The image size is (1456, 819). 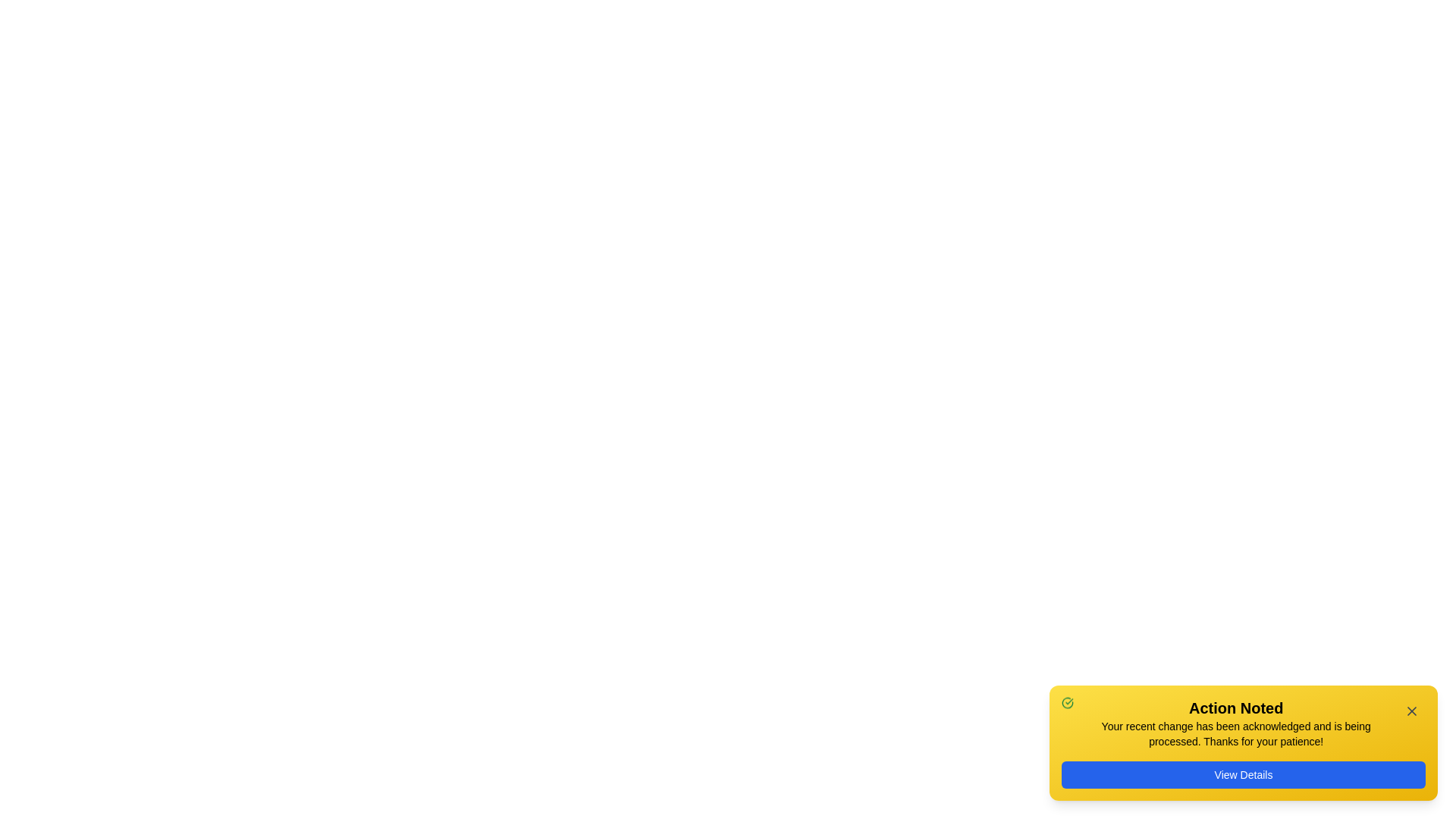 What do you see at coordinates (1411, 711) in the screenshot?
I see `the close button of the snackbar notification` at bounding box center [1411, 711].